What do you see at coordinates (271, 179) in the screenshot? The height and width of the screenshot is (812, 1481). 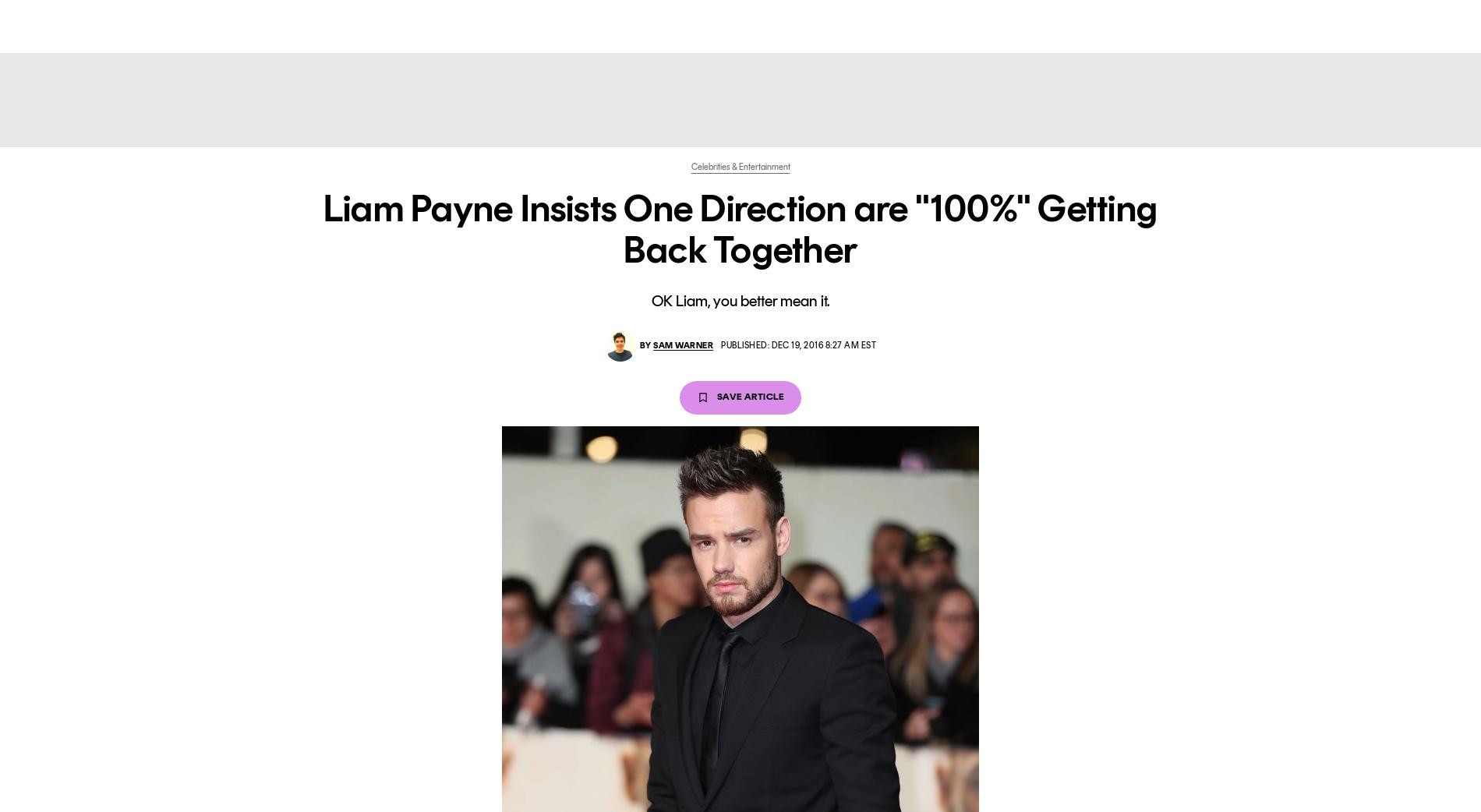 I see `'Charlie Puth’s Full Dating History Over the Years'` at bounding box center [271, 179].